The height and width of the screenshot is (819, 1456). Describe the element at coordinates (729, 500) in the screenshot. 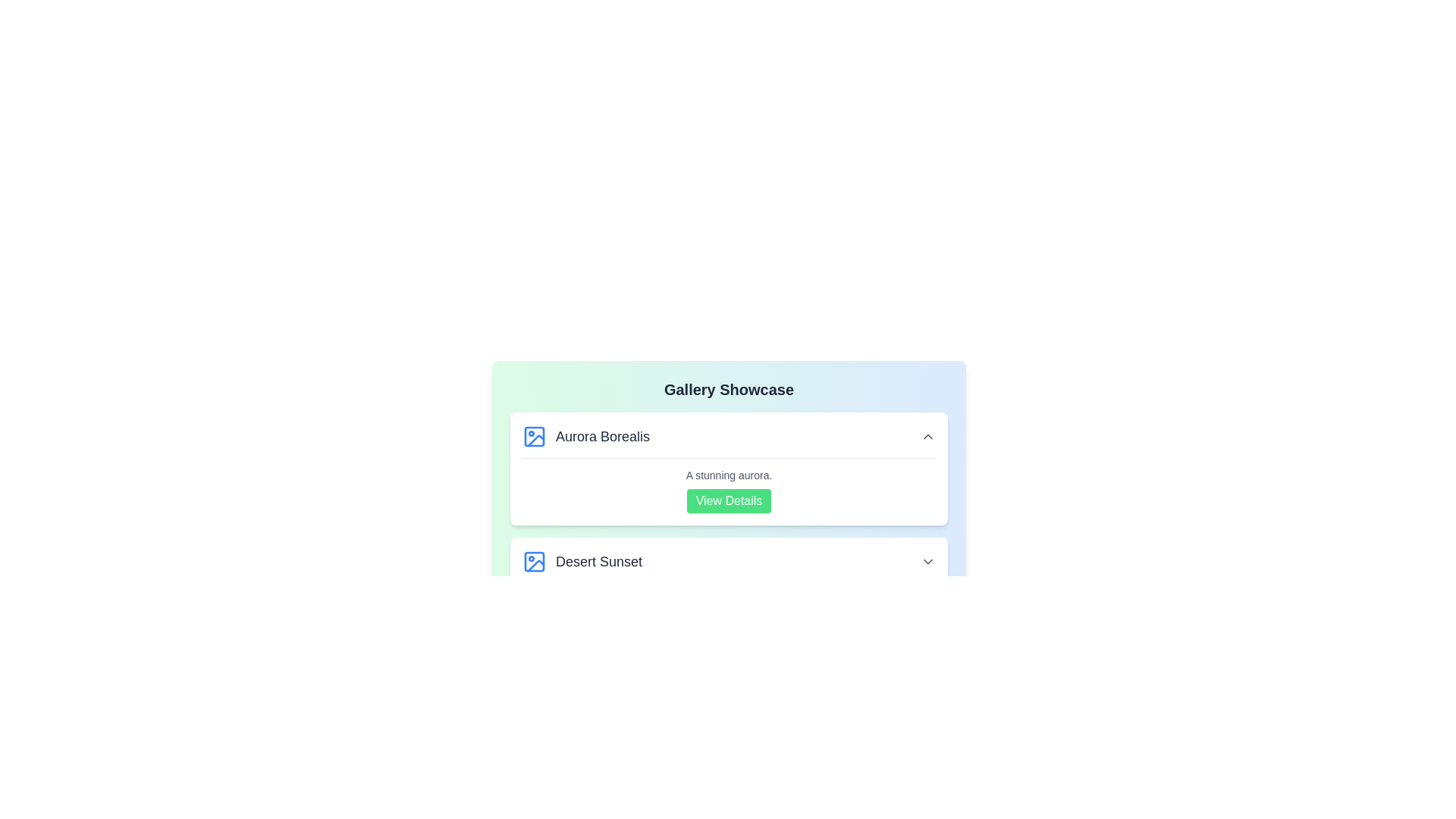

I see `'View Details' button of the expanded 'Aurora Borealis' item` at that location.